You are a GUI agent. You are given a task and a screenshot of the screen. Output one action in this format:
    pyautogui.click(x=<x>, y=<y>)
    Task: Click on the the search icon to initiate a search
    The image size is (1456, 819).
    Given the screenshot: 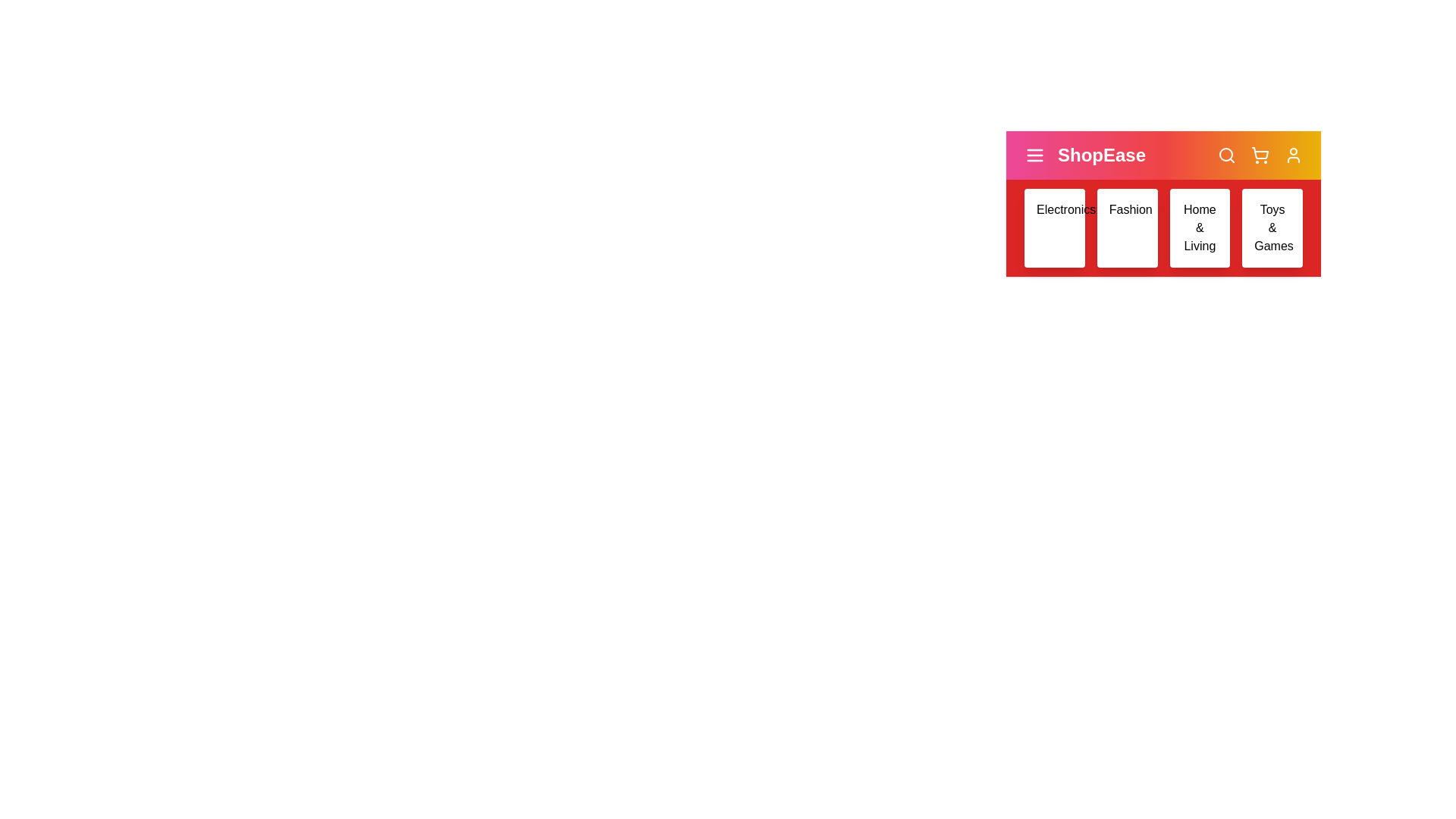 What is the action you would take?
    pyautogui.click(x=1226, y=155)
    